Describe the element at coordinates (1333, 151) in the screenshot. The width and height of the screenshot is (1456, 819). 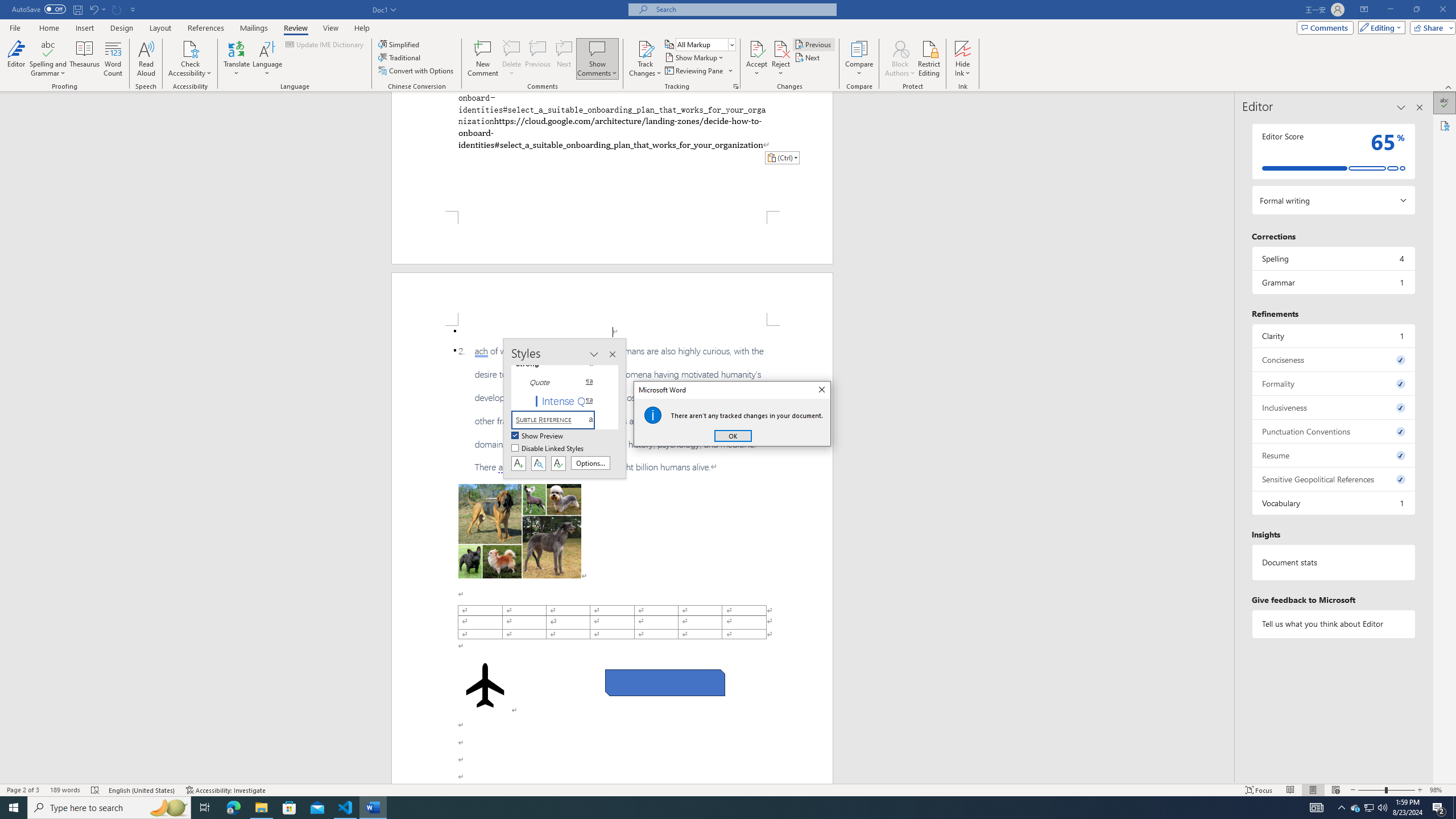
I see `'Editor Score 65%'` at that location.